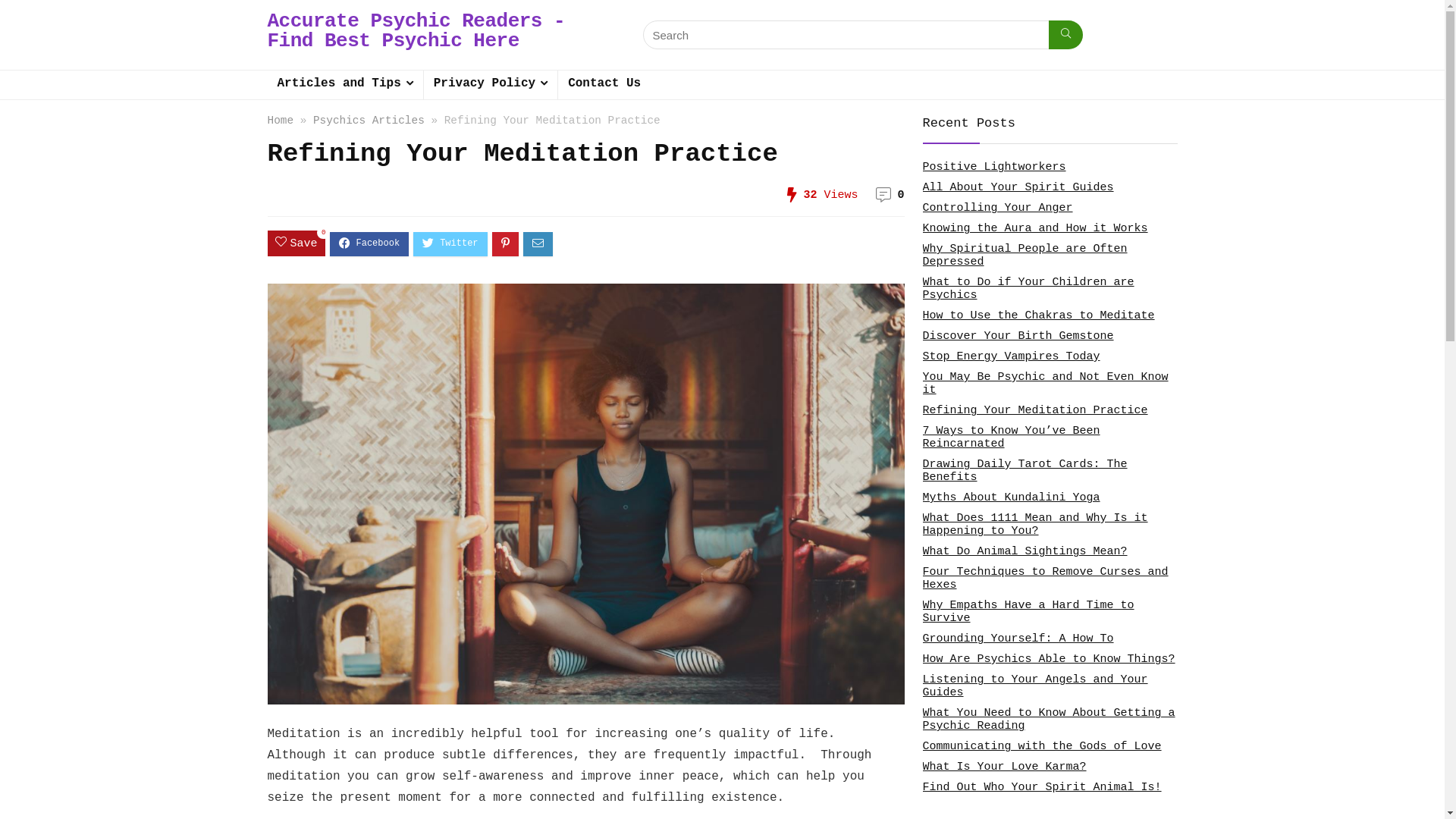  What do you see at coordinates (1034, 228) in the screenshot?
I see `'Knowing the Aura and How it Works'` at bounding box center [1034, 228].